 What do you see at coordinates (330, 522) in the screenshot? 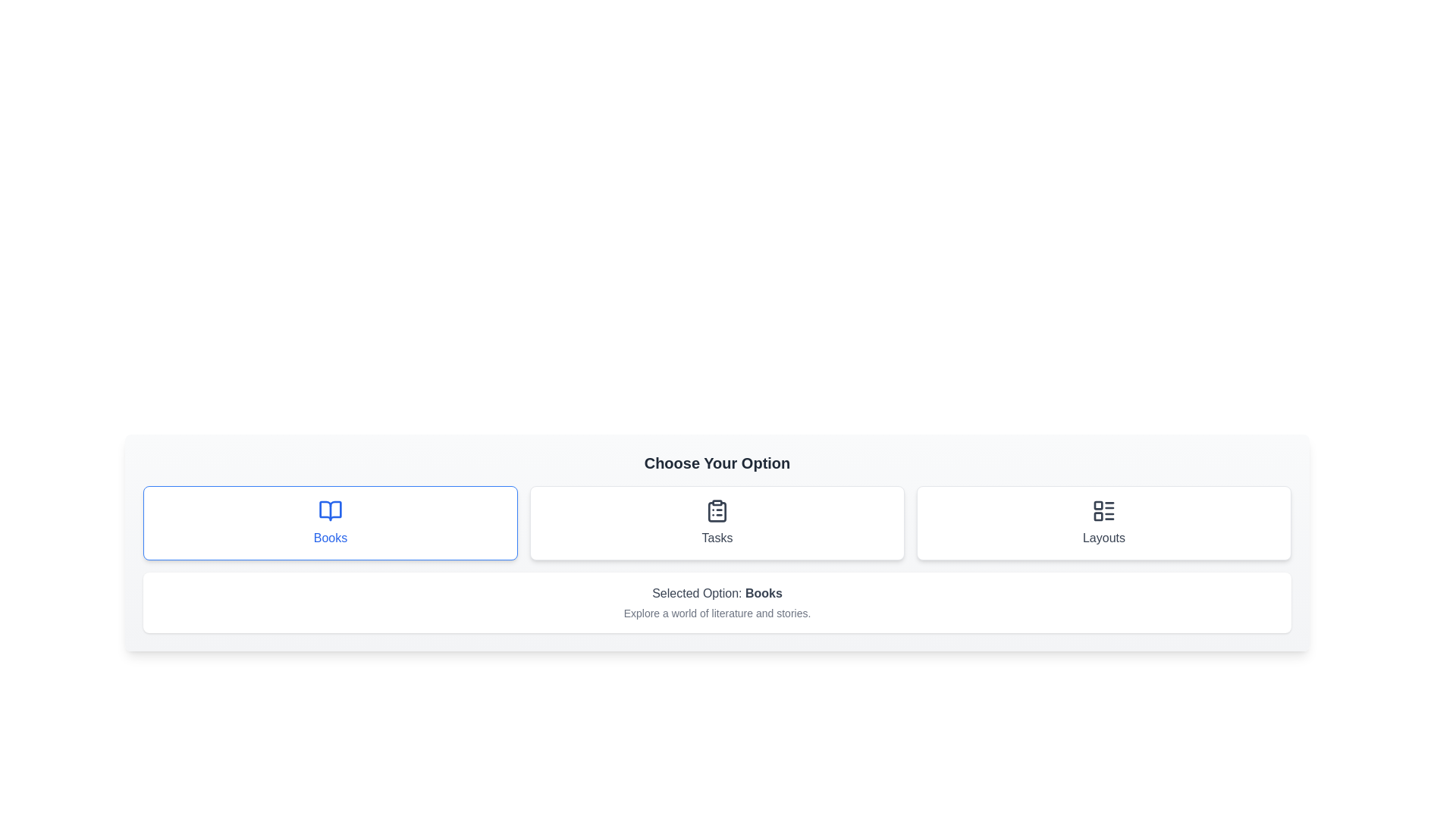
I see `the 'Books' button` at bounding box center [330, 522].